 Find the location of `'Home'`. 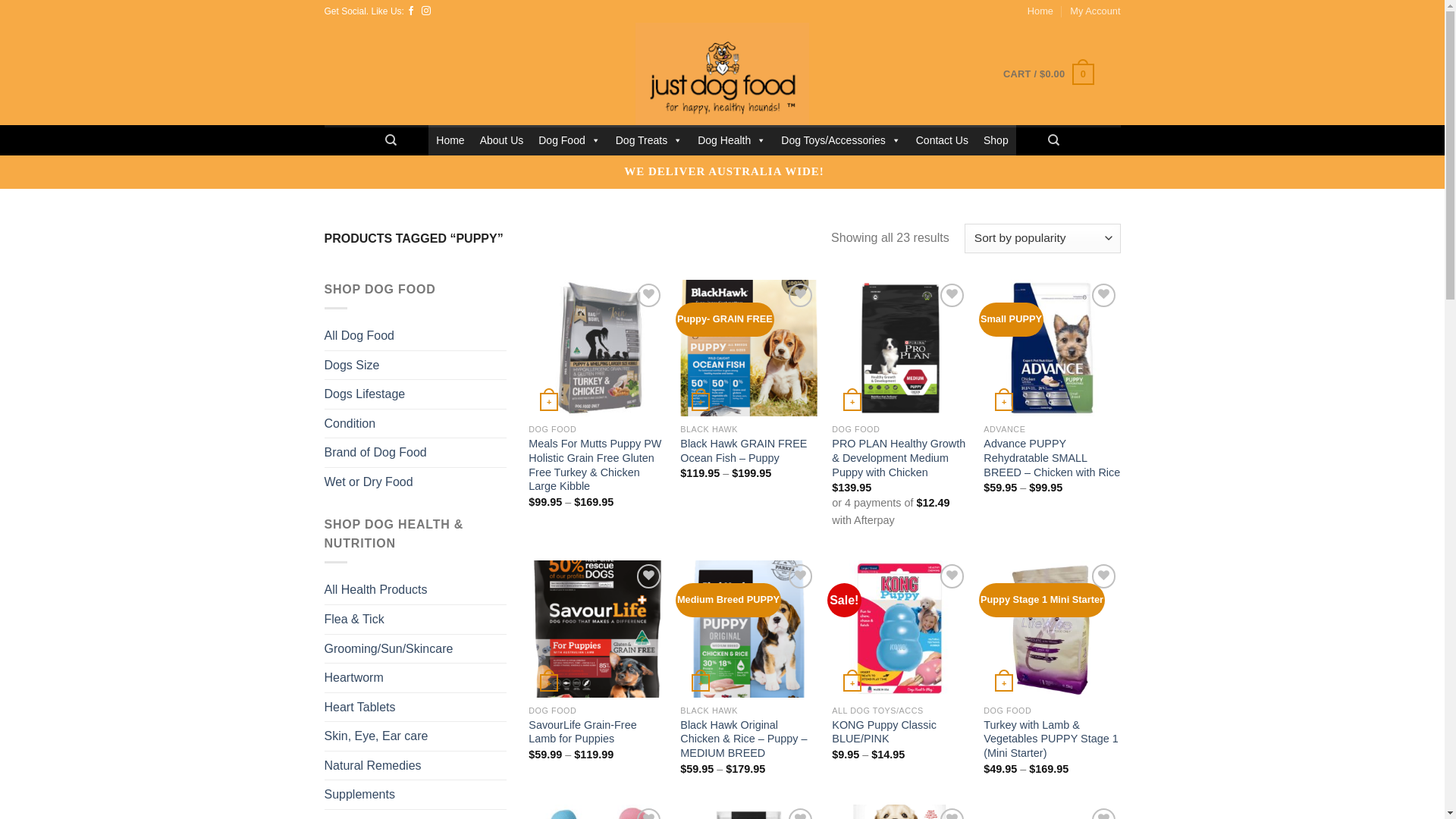

'Home' is located at coordinates (449, 140).